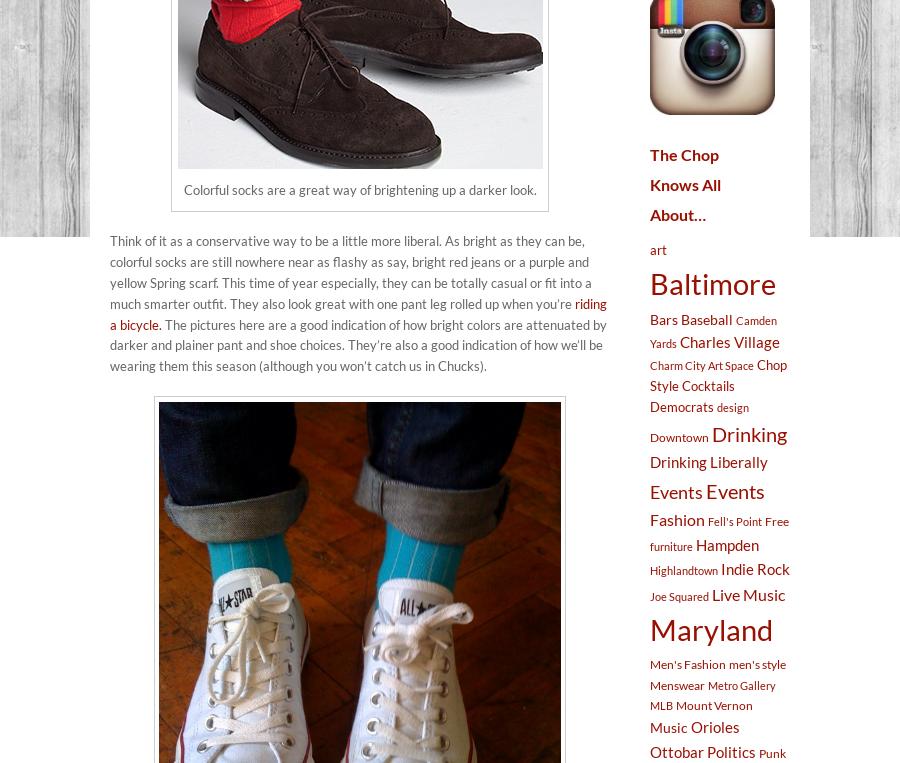 The image size is (900, 763). I want to click on 'Drinking', so click(748, 433).